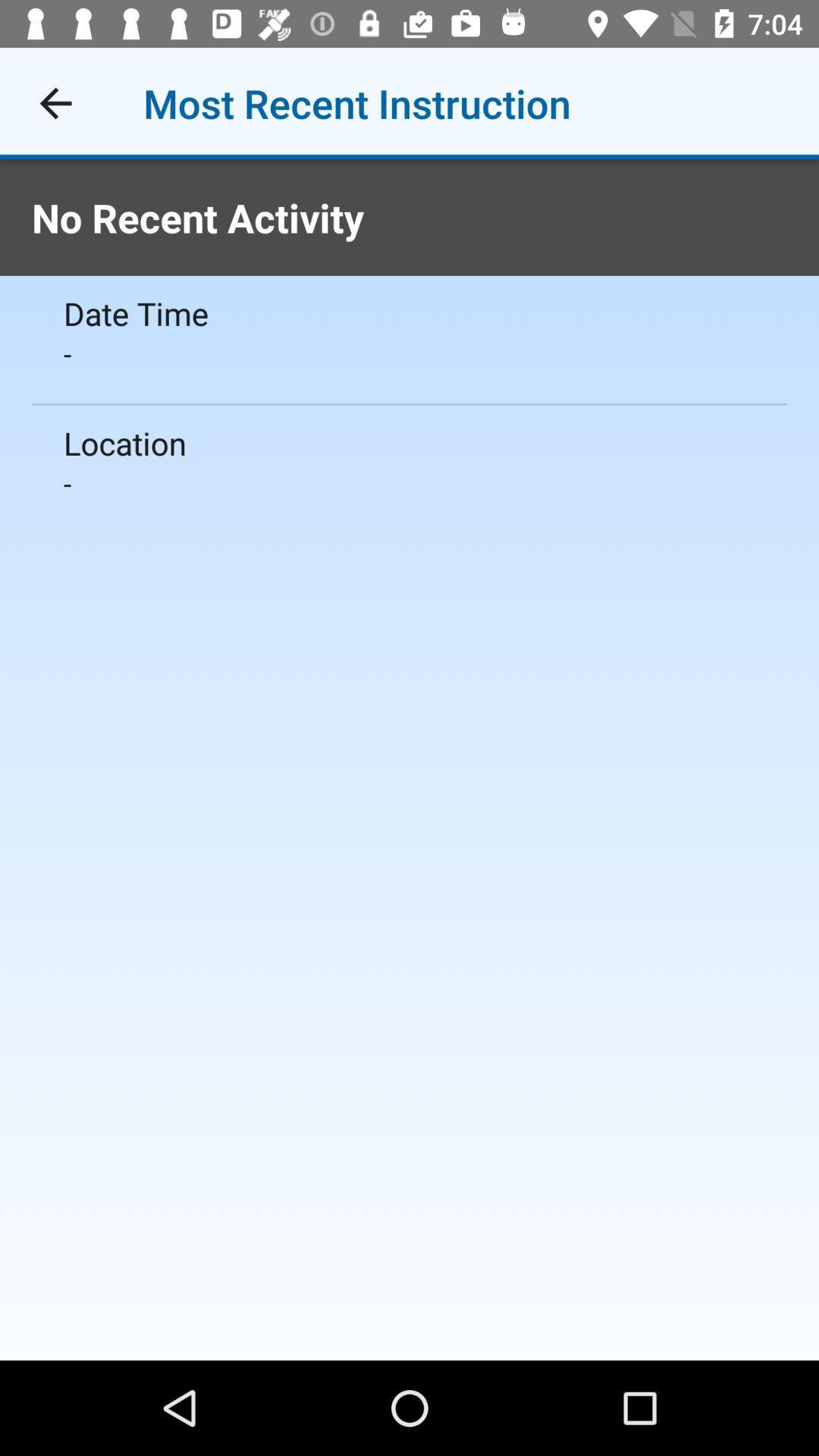 This screenshot has height=1456, width=819. What do you see at coordinates (409, 442) in the screenshot?
I see `location item` at bounding box center [409, 442].